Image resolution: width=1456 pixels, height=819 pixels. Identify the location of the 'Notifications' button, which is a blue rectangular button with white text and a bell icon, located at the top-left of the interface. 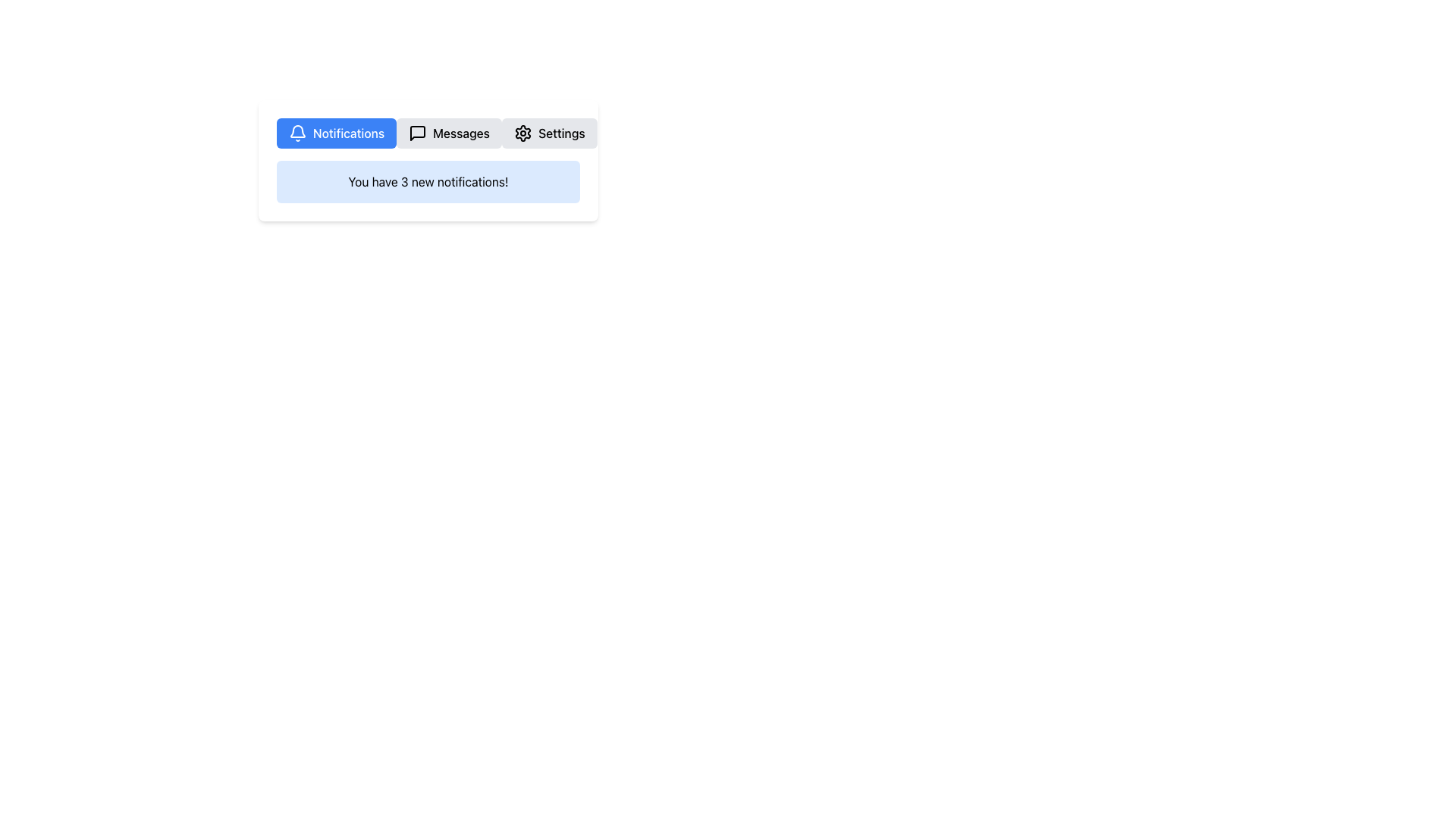
(336, 133).